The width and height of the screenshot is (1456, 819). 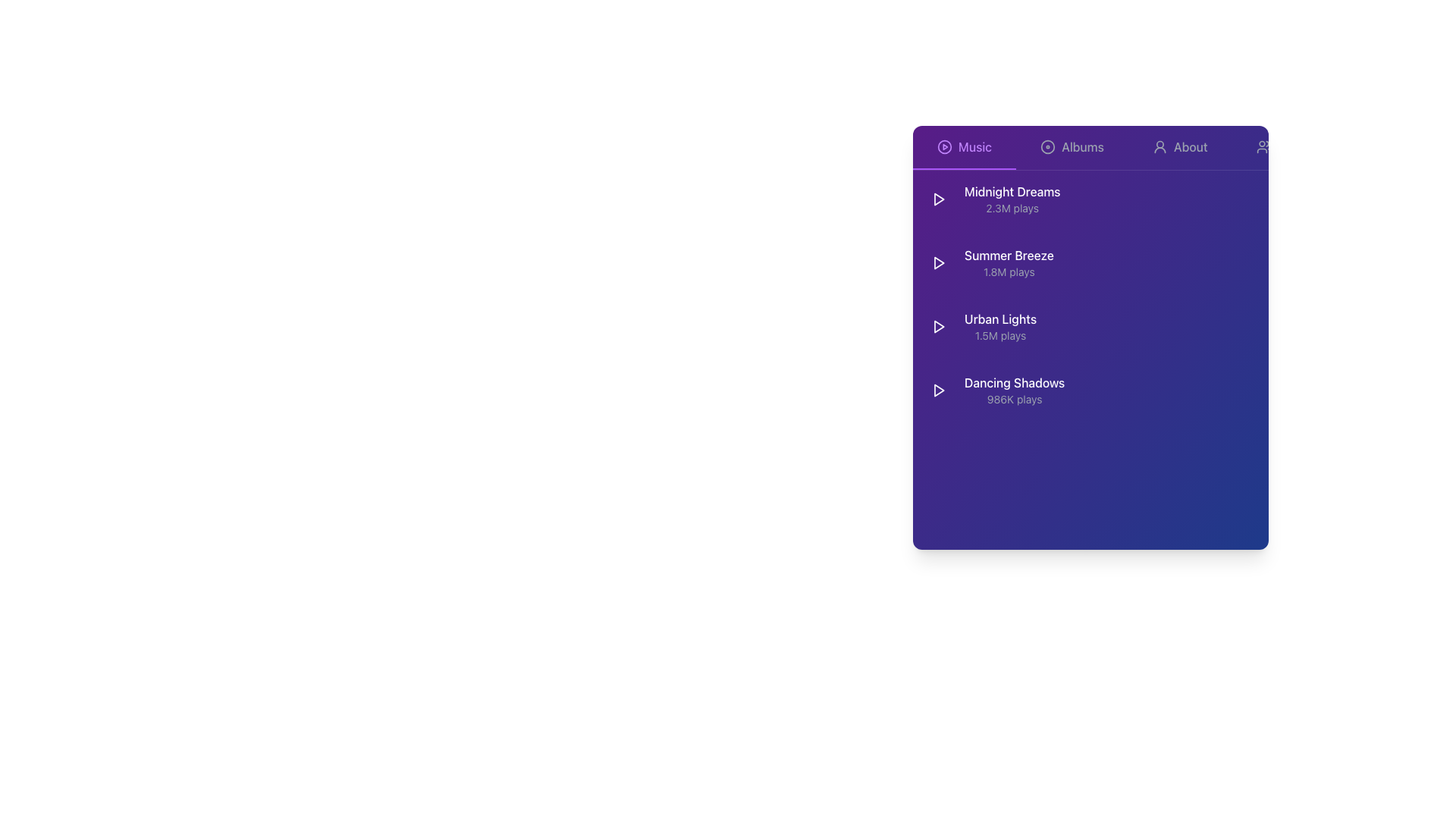 What do you see at coordinates (1200, 390) in the screenshot?
I see `the like button located to the right of the song 'Dancing Shadows' to favorite the item` at bounding box center [1200, 390].